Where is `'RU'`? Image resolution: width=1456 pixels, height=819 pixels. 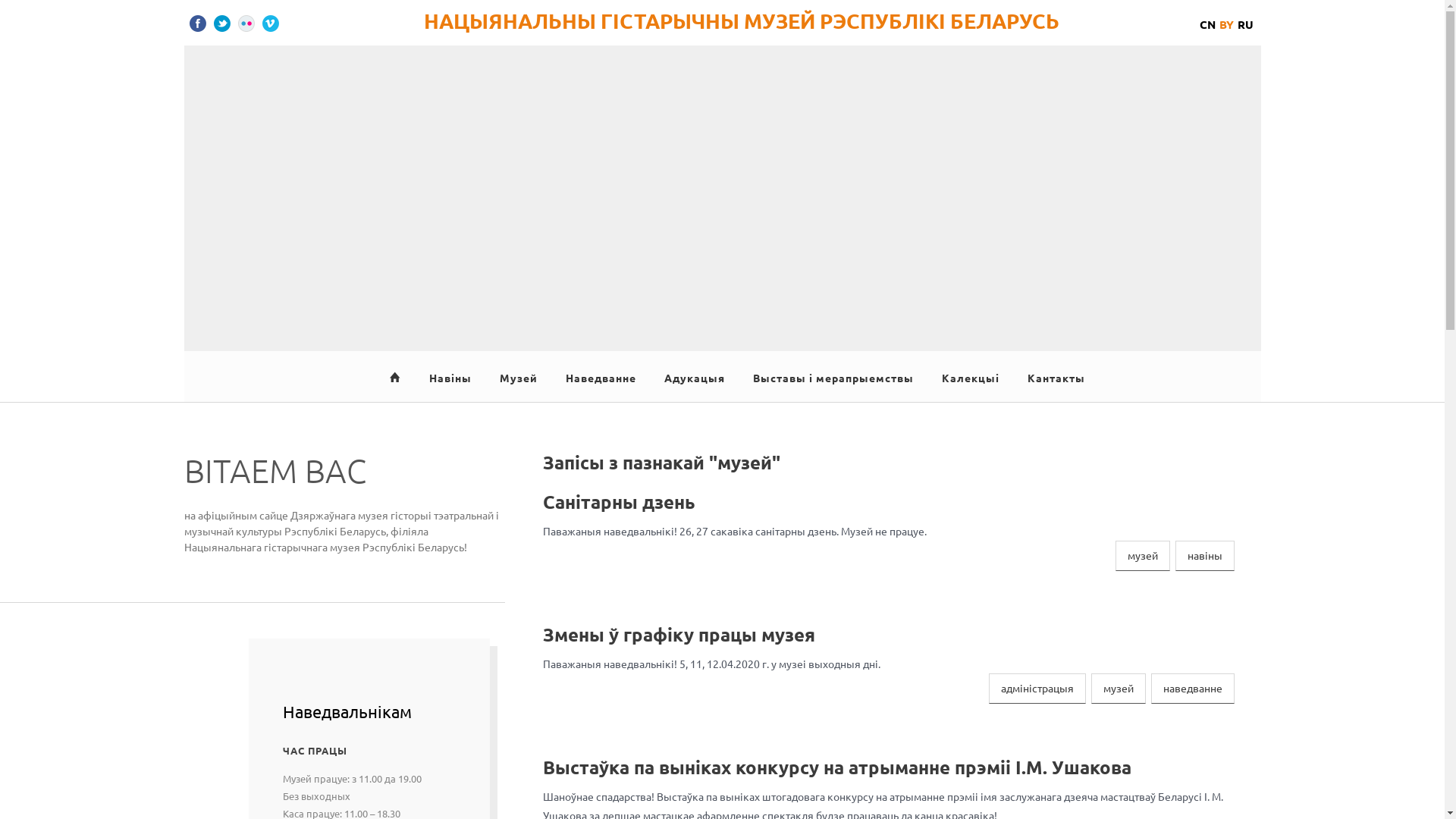 'RU' is located at coordinates (1245, 24).